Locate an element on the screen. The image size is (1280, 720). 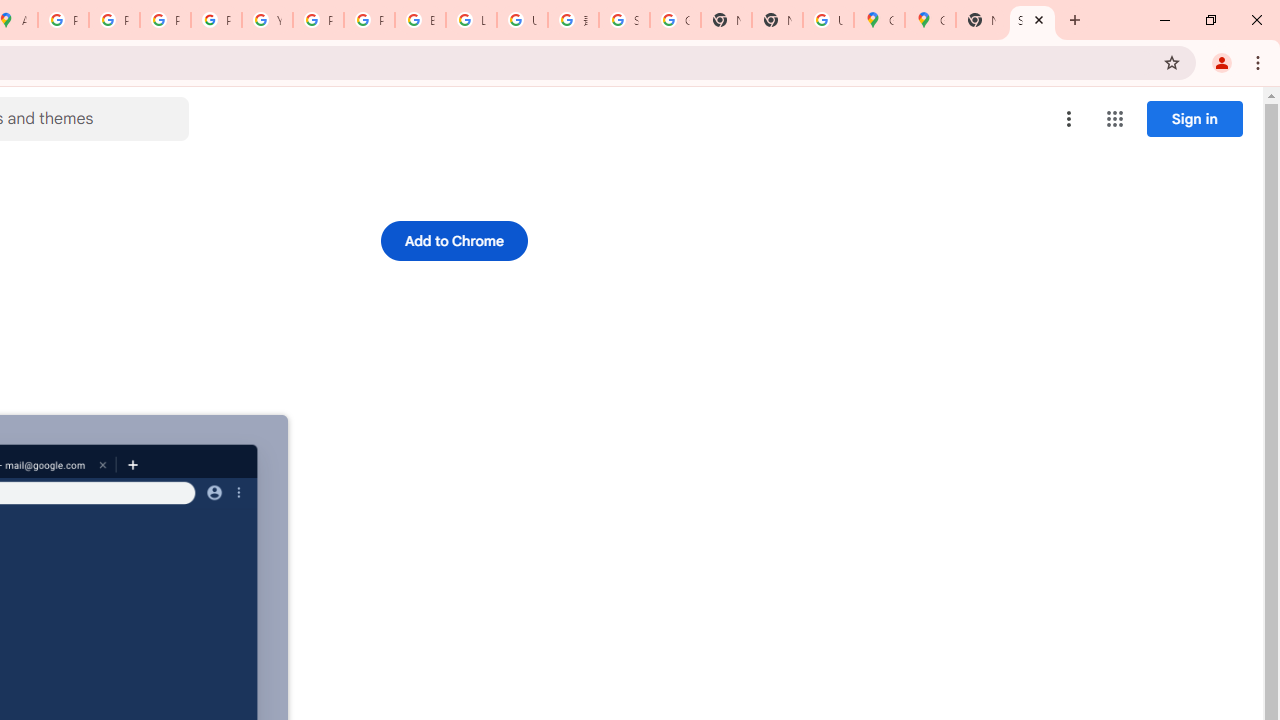
'Privacy Help Center - Policies Help' is located at coordinates (165, 20).